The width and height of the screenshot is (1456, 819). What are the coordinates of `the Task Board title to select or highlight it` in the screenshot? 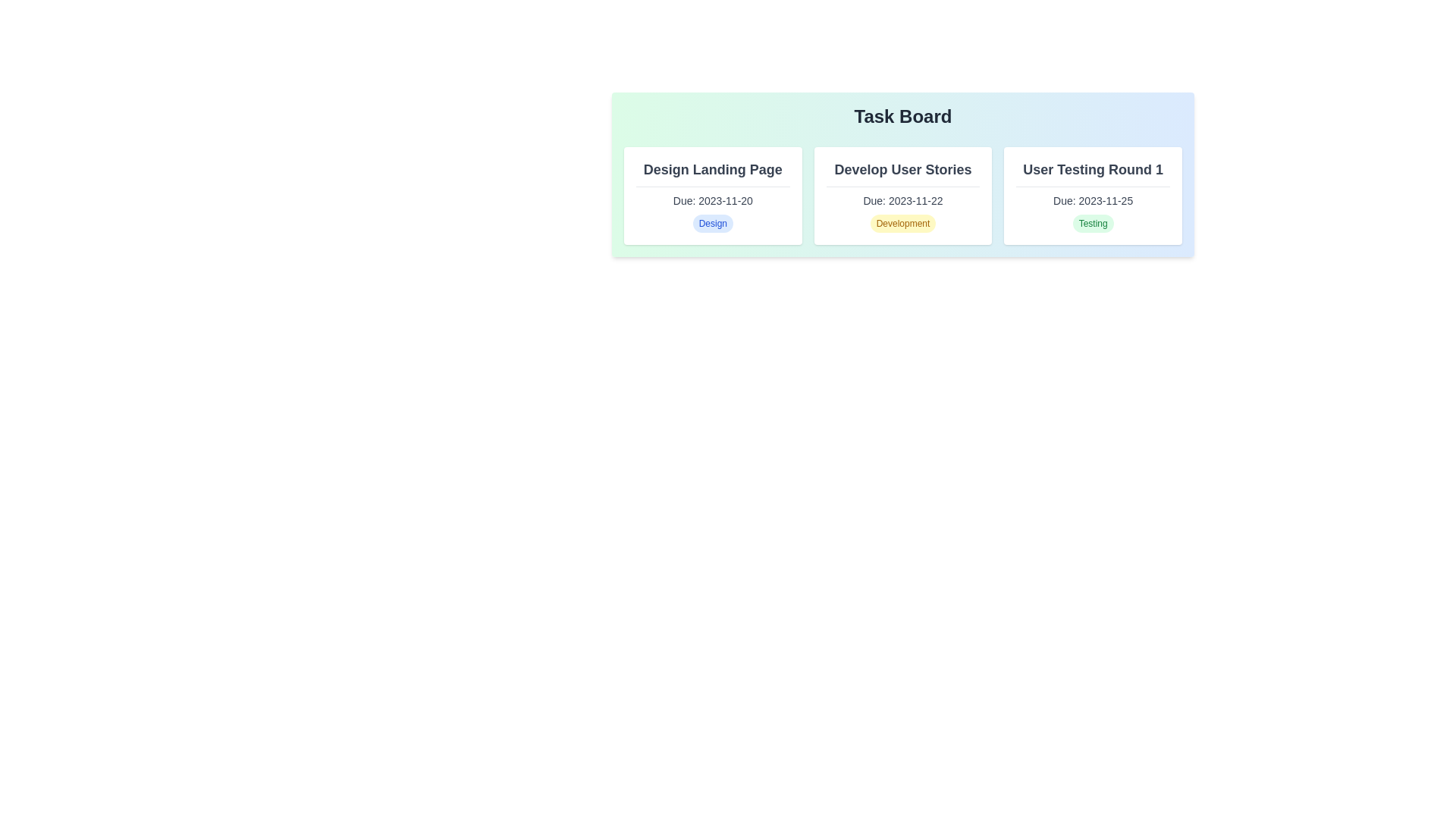 It's located at (902, 116).